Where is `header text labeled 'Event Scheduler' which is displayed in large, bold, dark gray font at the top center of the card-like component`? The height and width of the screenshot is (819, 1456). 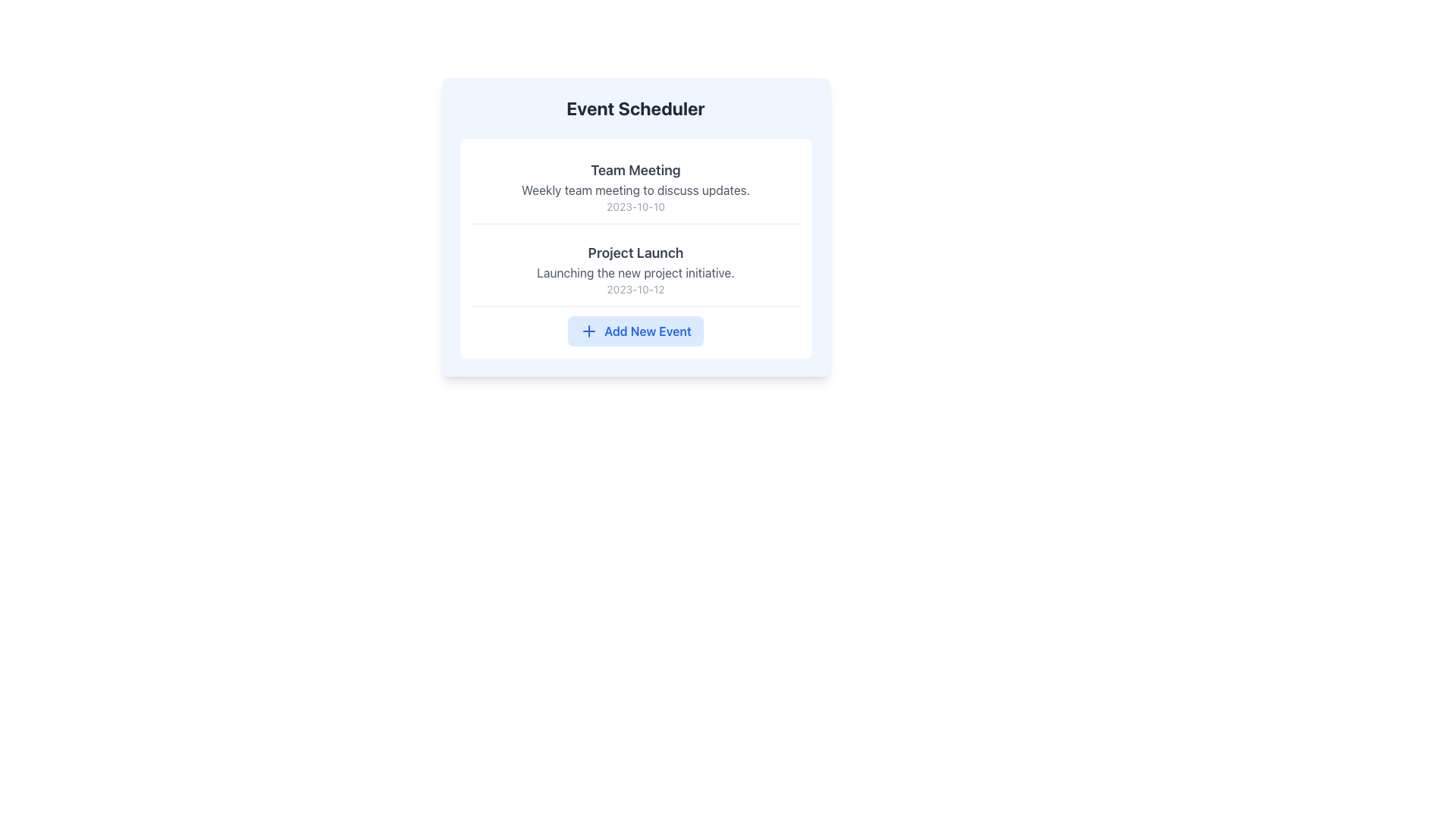
header text labeled 'Event Scheduler' which is displayed in large, bold, dark gray font at the top center of the card-like component is located at coordinates (635, 107).